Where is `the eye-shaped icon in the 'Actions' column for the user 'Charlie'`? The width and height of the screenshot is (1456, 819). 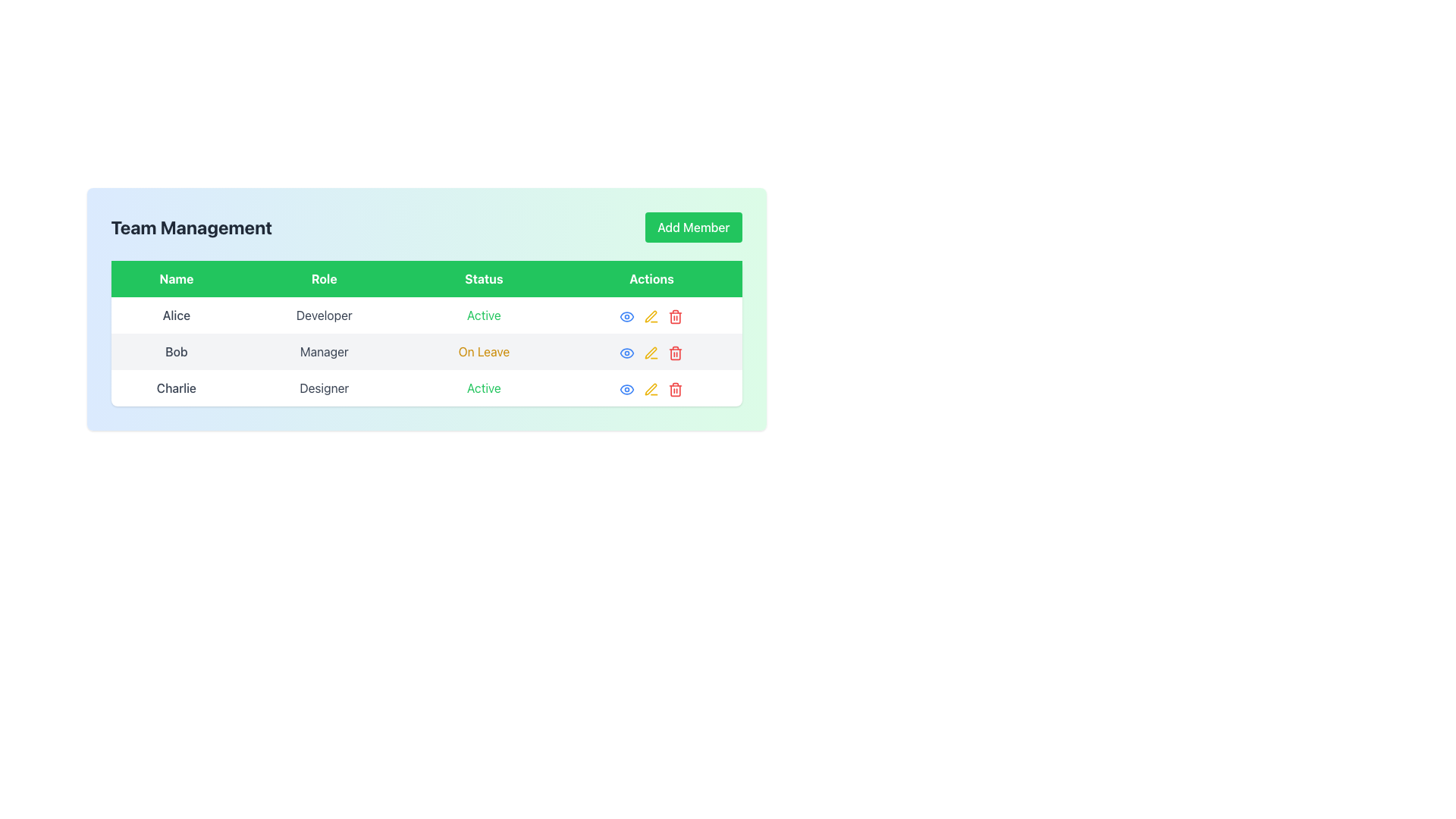 the eye-shaped icon in the 'Actions' column for the user 'Charlie' is located at coordinates (627, 353).